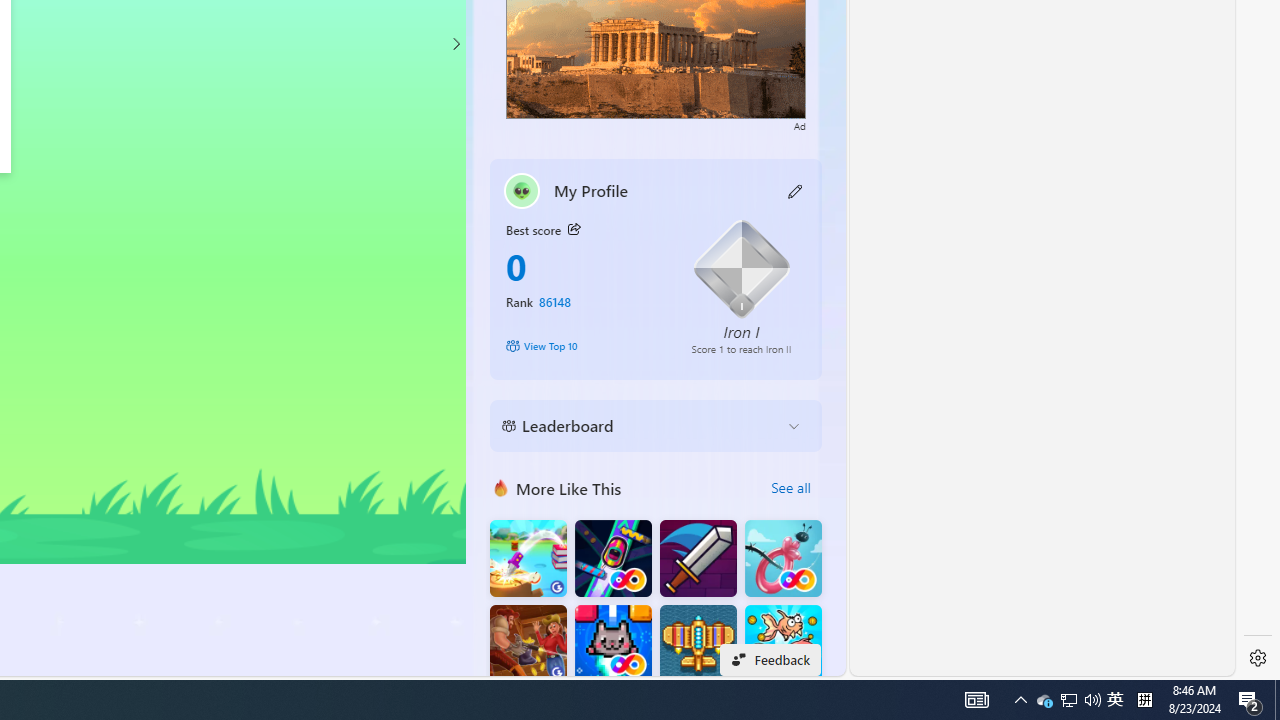 Image resolution: width=1280 pixels, height=720 pixels. What do you see at coordinates (640, 424) in the screenshot?
I see `'Leaderboard'` at bounding box center [640, 424].